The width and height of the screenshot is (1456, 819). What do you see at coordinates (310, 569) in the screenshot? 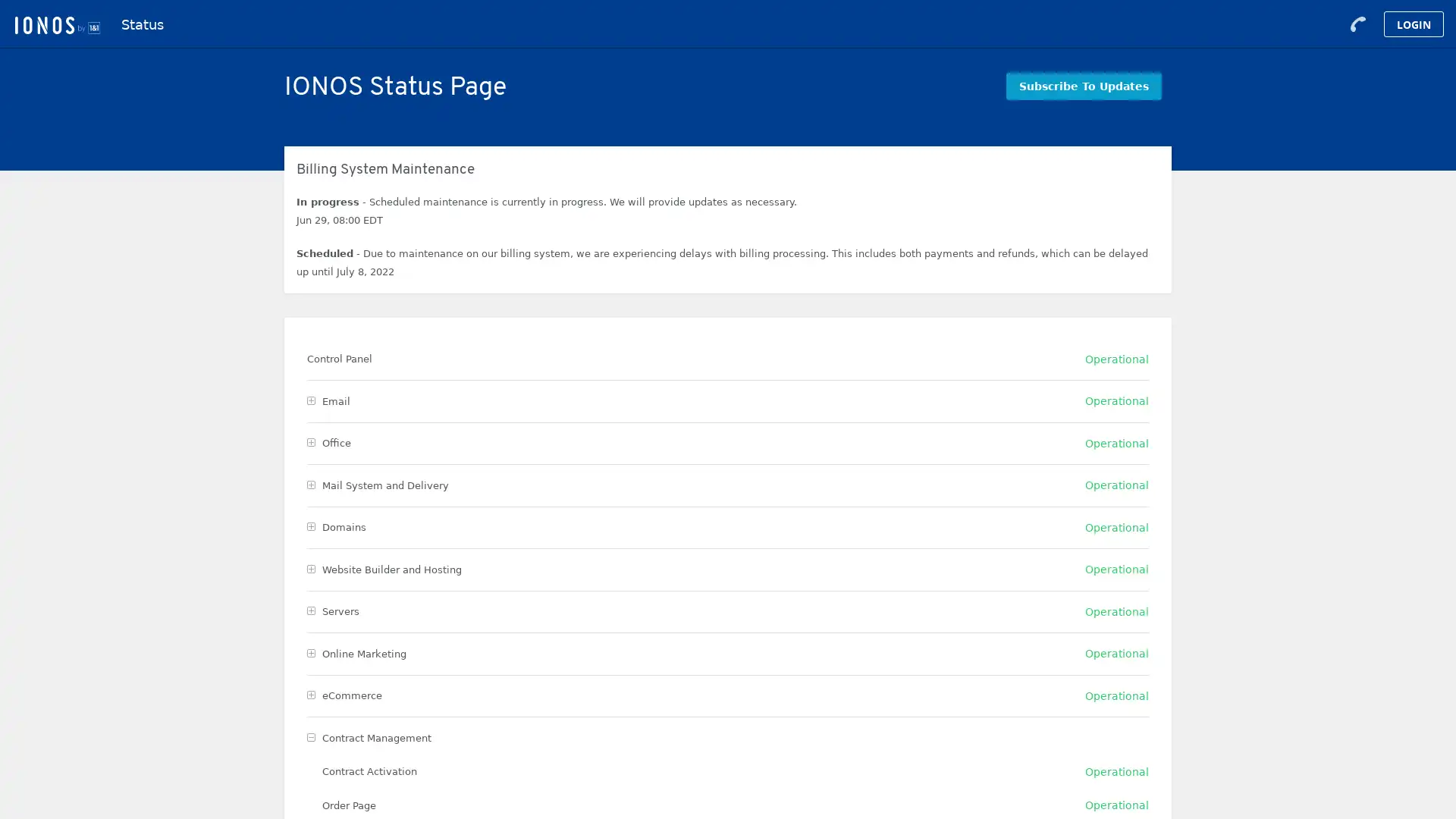
I see `Toggle Website Builder and Hosting` at bounding box center [310, 569].